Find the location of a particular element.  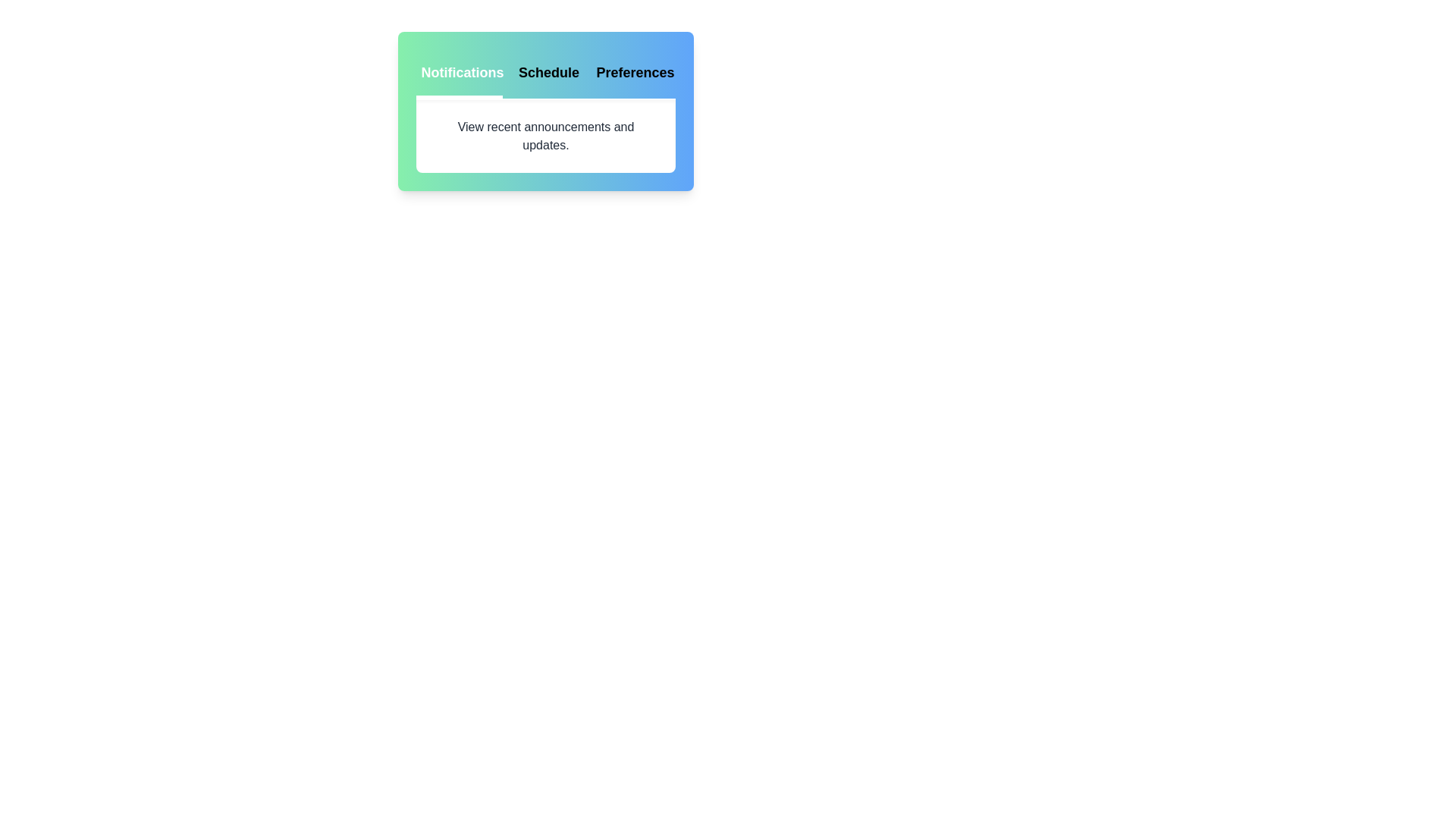

the tab labeled Schedule is located at coordinates (546, 74).